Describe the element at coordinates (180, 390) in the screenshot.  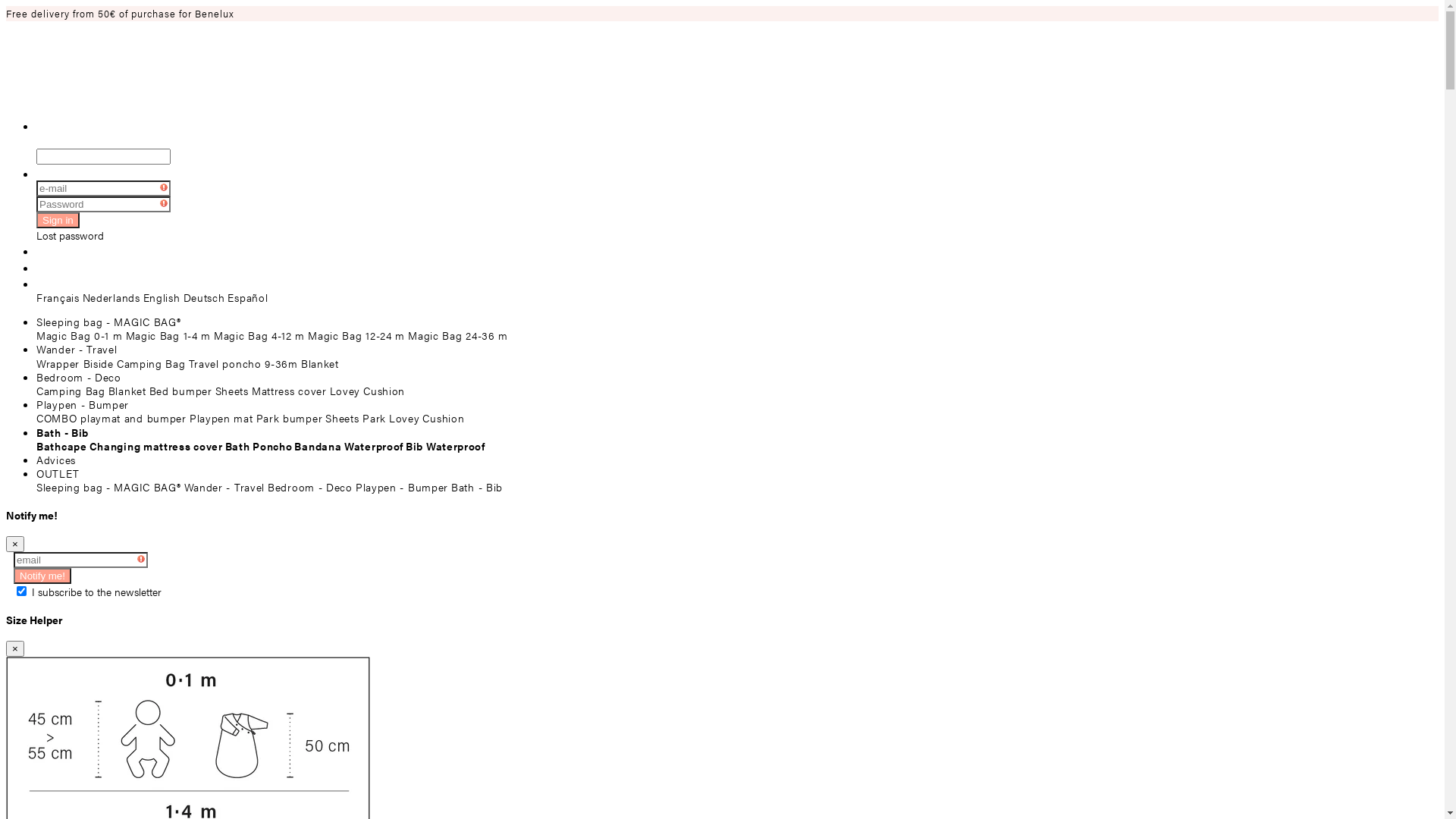
I see `'Bed bumper'` at that location.